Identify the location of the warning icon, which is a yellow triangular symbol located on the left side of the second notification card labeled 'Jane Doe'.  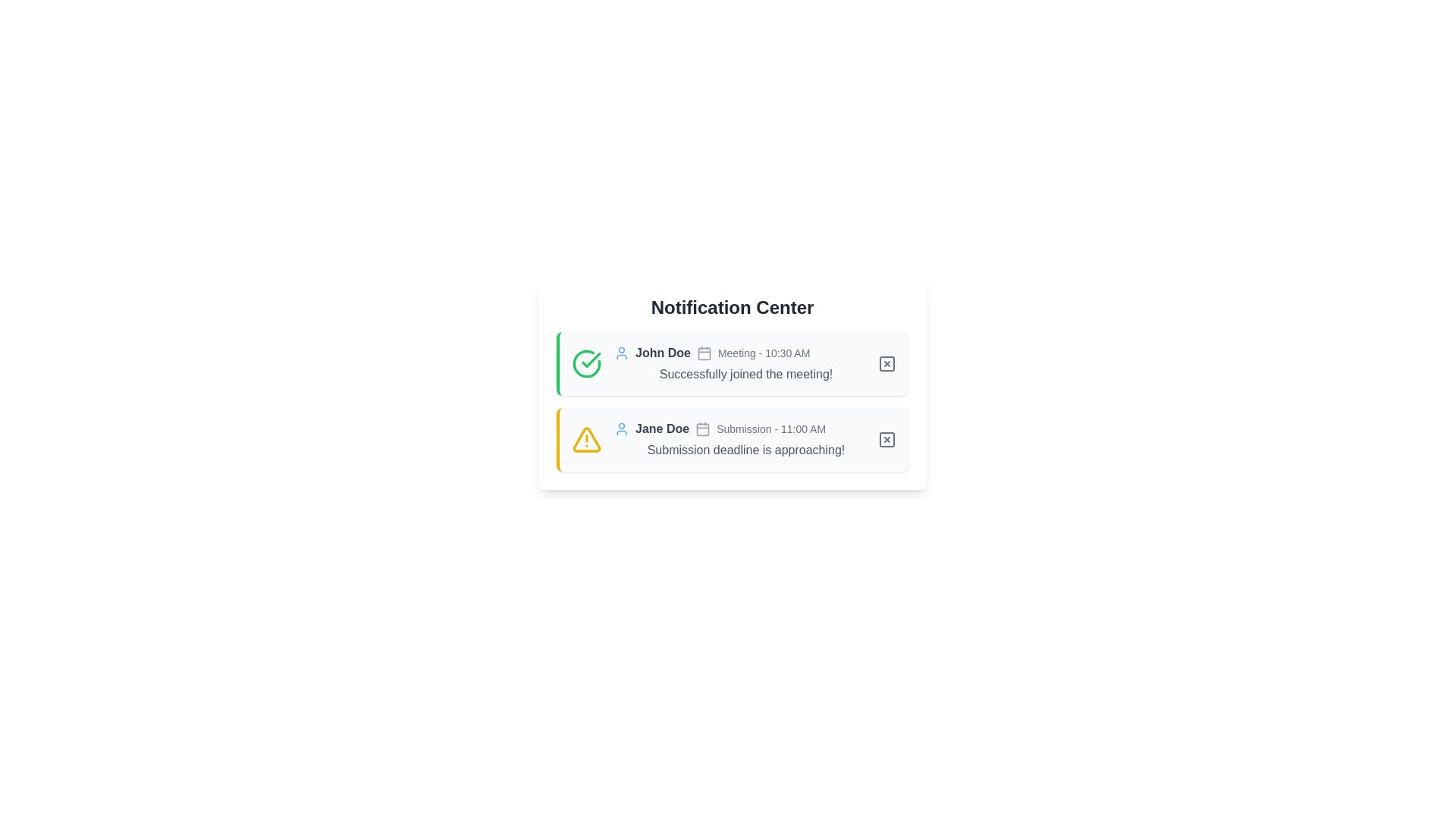
(585, 439).